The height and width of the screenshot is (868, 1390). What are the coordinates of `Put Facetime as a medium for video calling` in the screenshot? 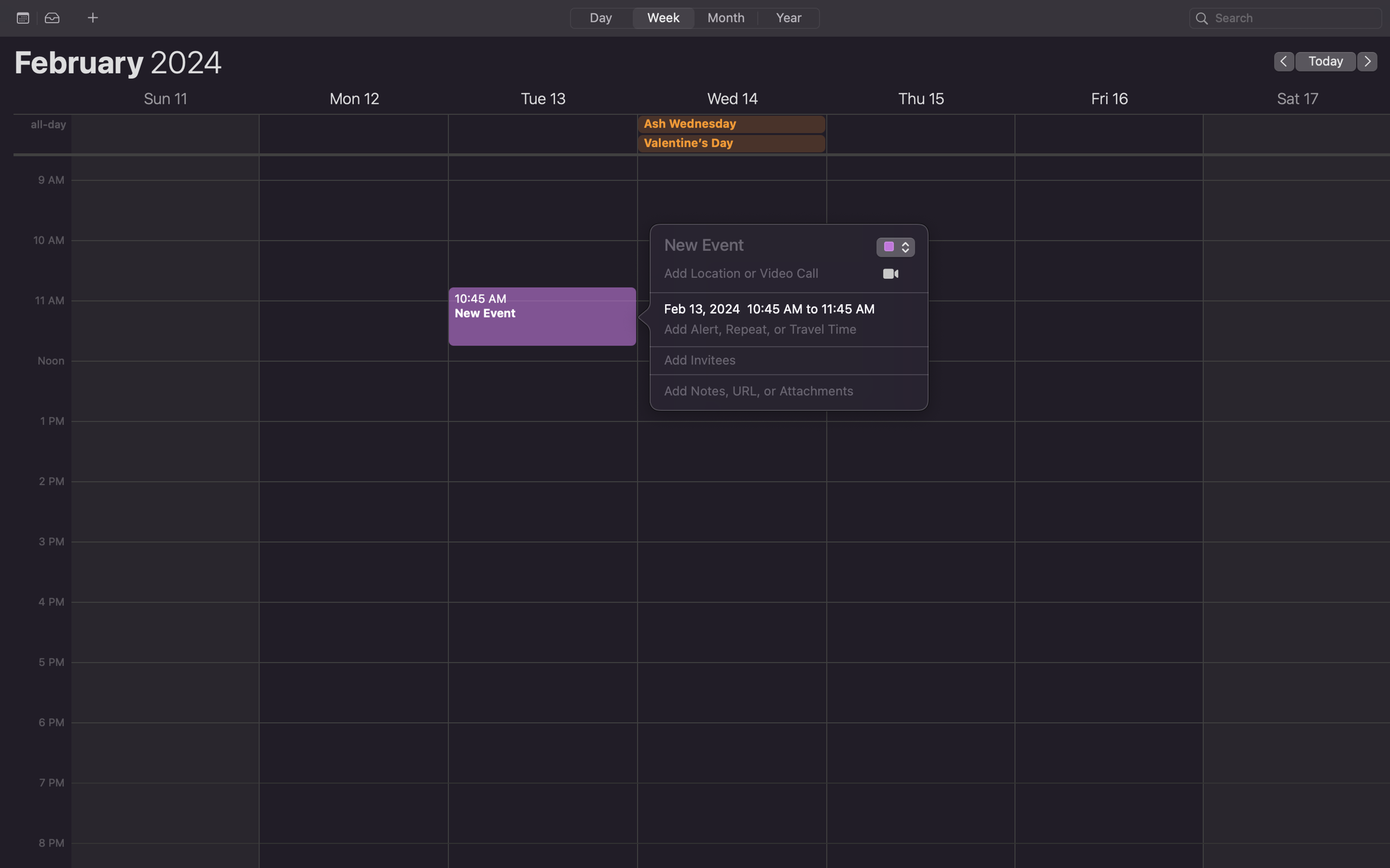 It's located at (890, 274).